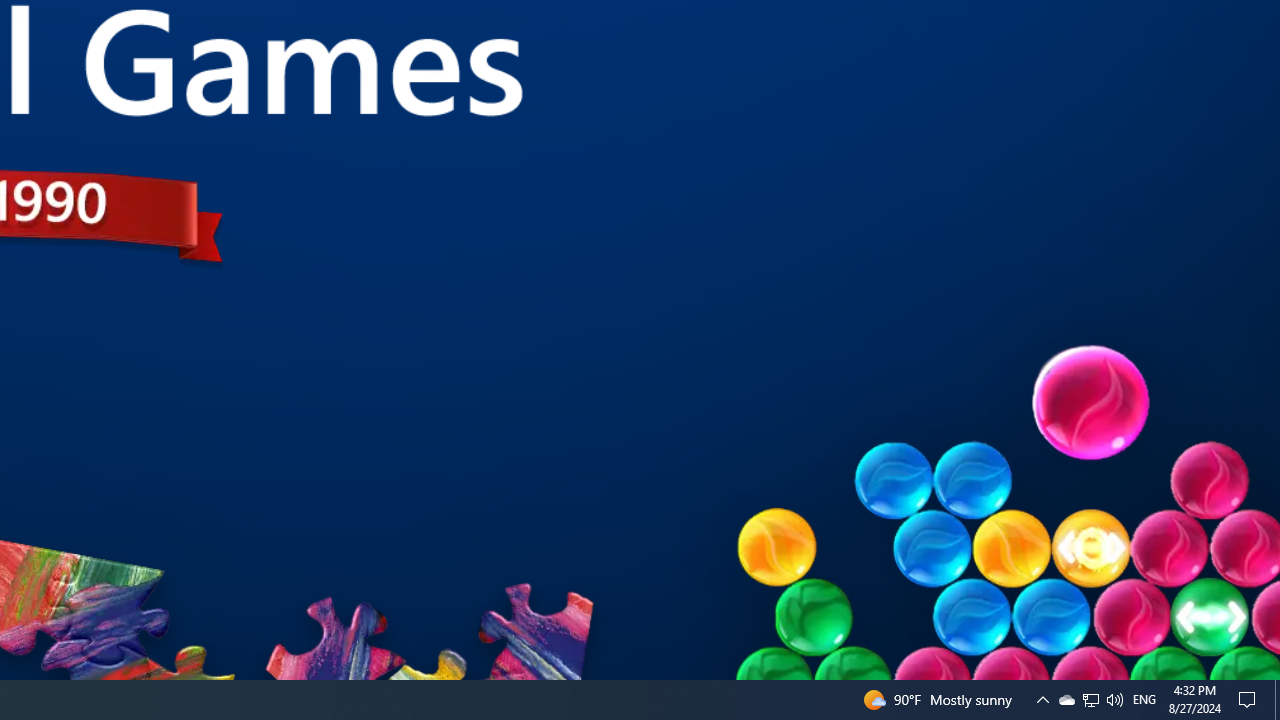 The image size is (1280, 720). Describe the element at coordinates (1250, 698) in the screenshot. I see `'Action Center, No new notifications'` at that location.